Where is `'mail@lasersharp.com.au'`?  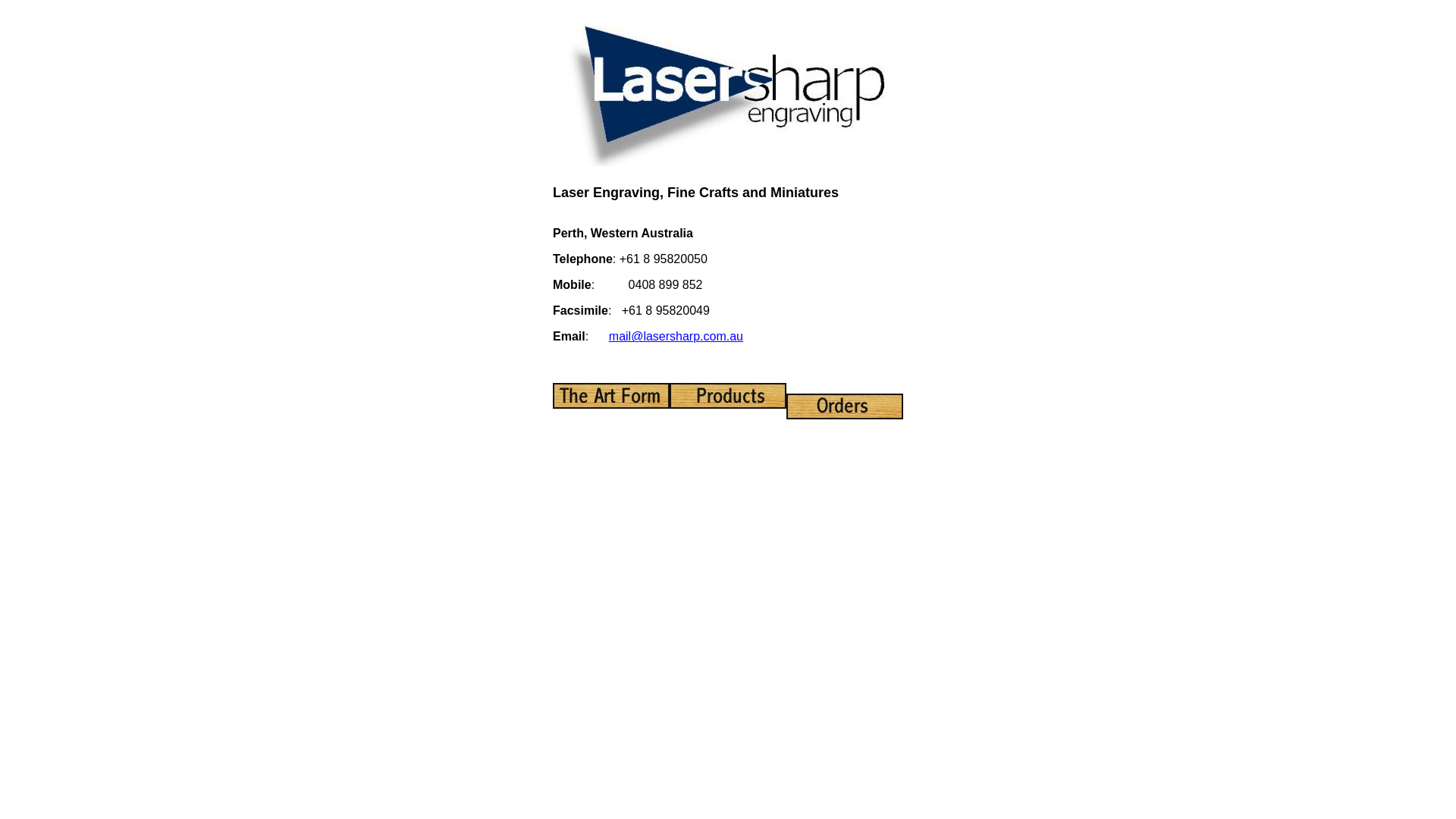
'mail@lasersharp.com.au' is located at coordinates (608, 335).